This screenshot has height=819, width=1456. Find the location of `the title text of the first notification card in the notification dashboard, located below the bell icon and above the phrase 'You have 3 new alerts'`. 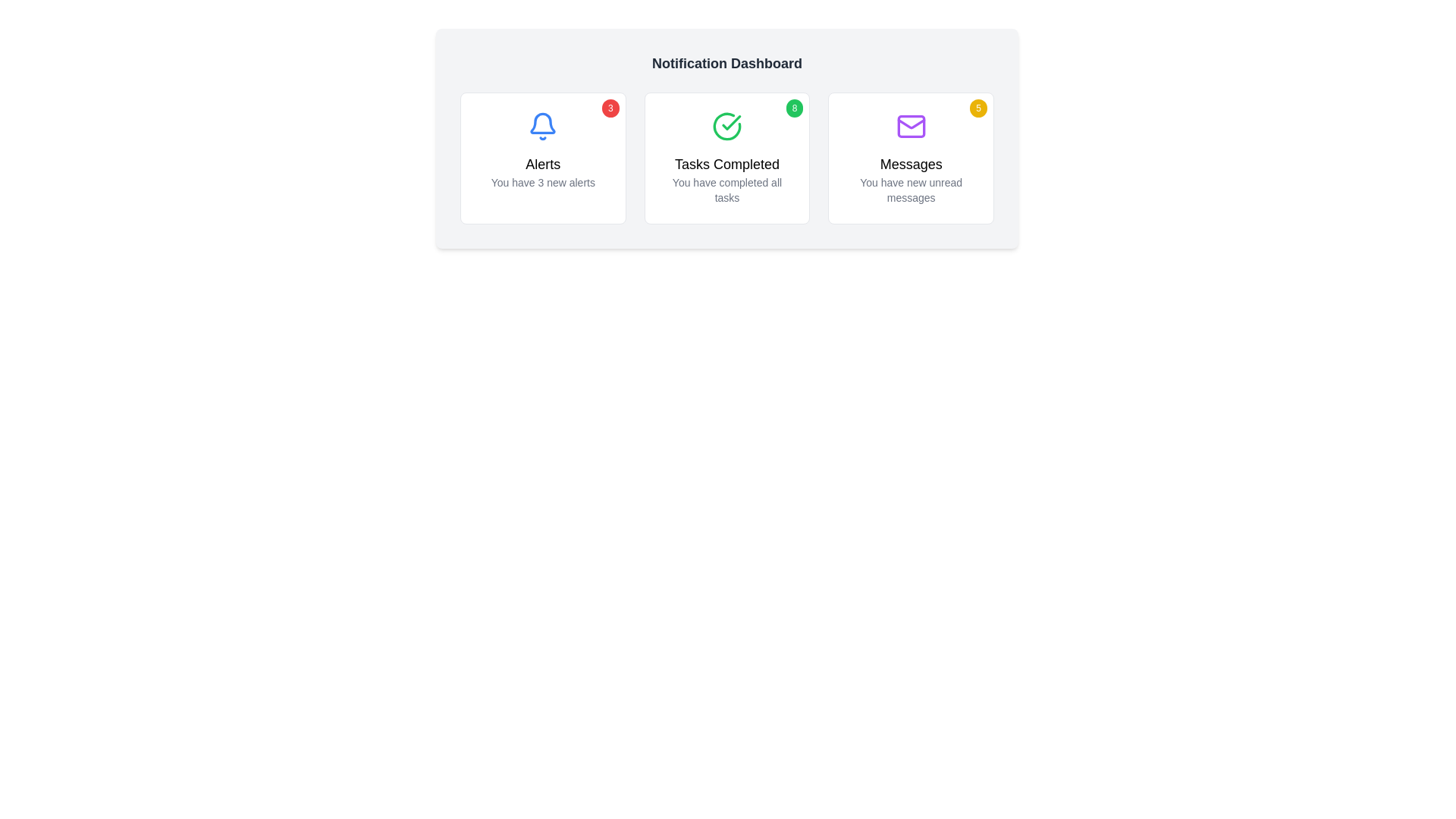

the title text of the first notification card in the notification dashboard, located below the bell icon and above the phrase 'You have 3 new alerts' is located at coordinates (543, 164).